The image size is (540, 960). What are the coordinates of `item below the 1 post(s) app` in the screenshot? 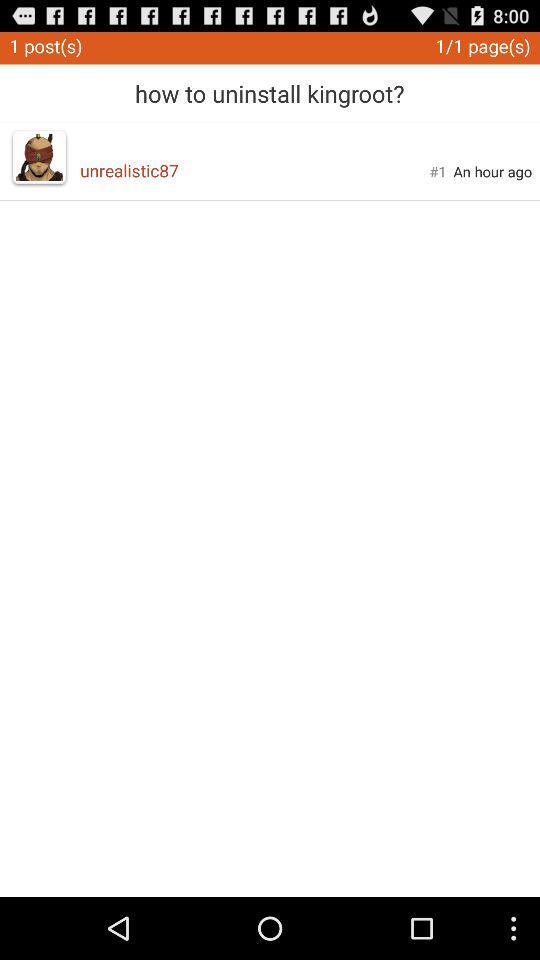 It's located at (39, 156).